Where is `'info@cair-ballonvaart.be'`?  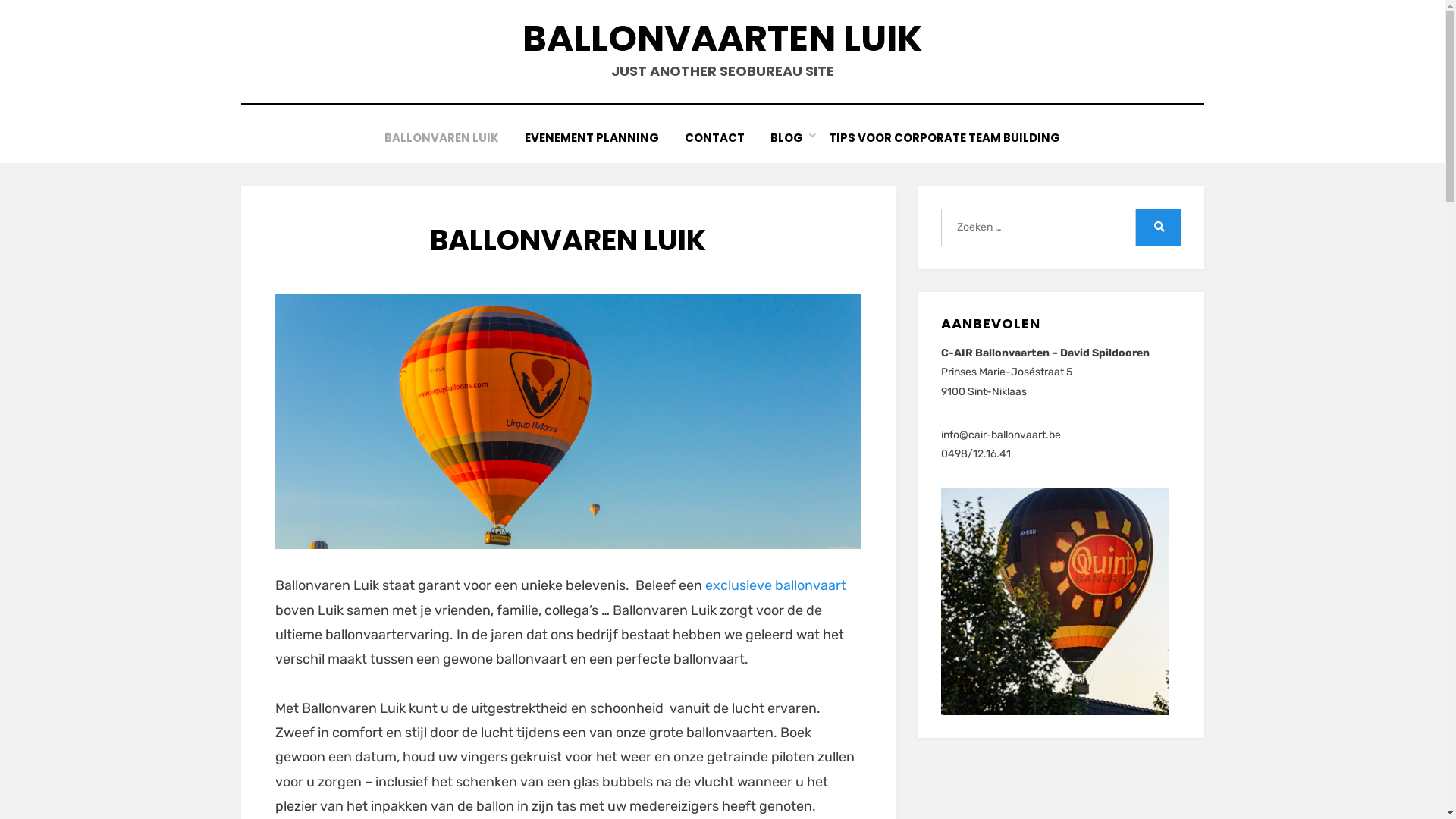
'info@cair-ballonvaart.be' is located at coordinates (1001, 435).